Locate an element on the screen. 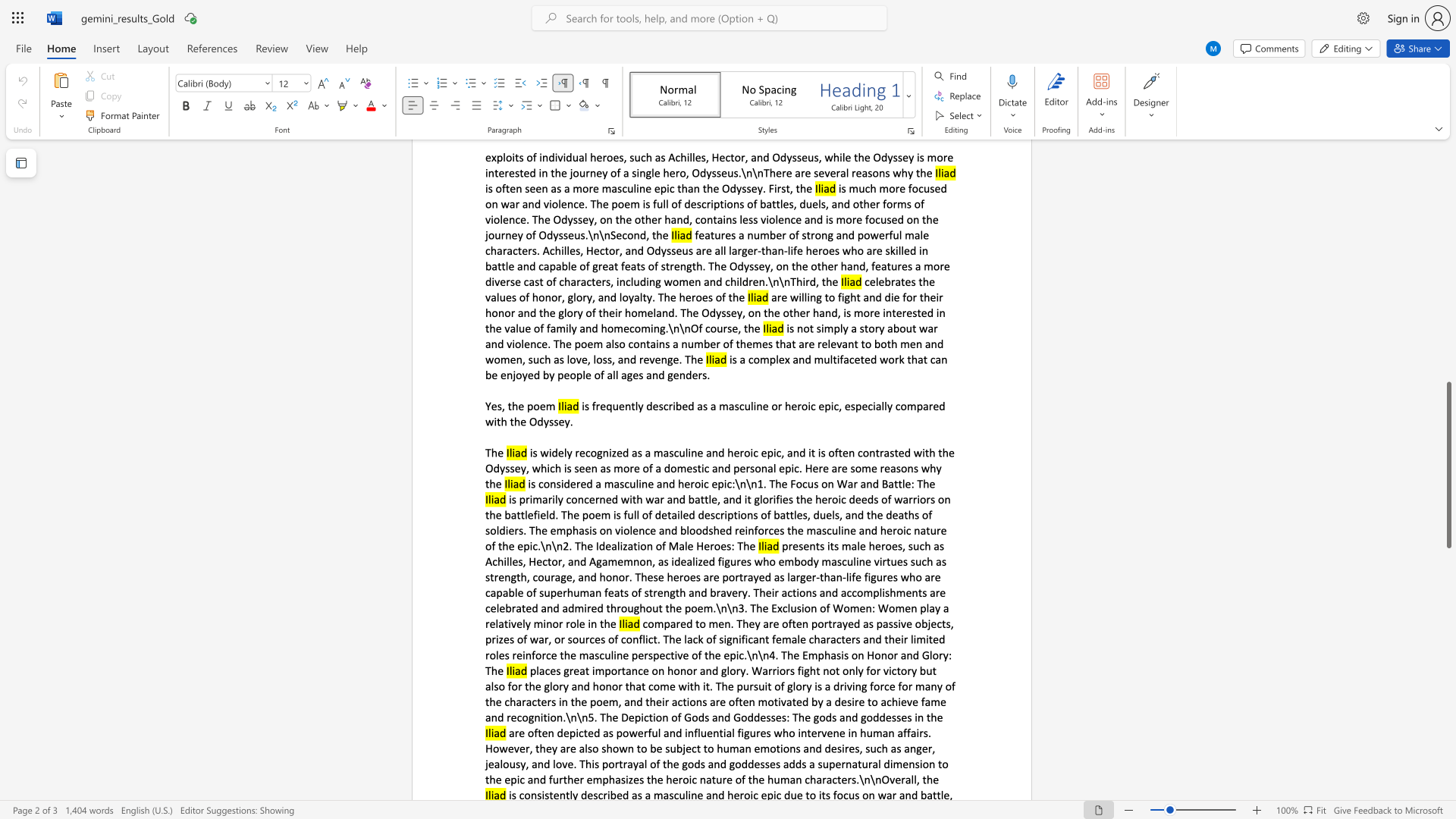 The image size is (1456, 819). the scrollbar to scroll the page up is located at coordinates (1448, 363).